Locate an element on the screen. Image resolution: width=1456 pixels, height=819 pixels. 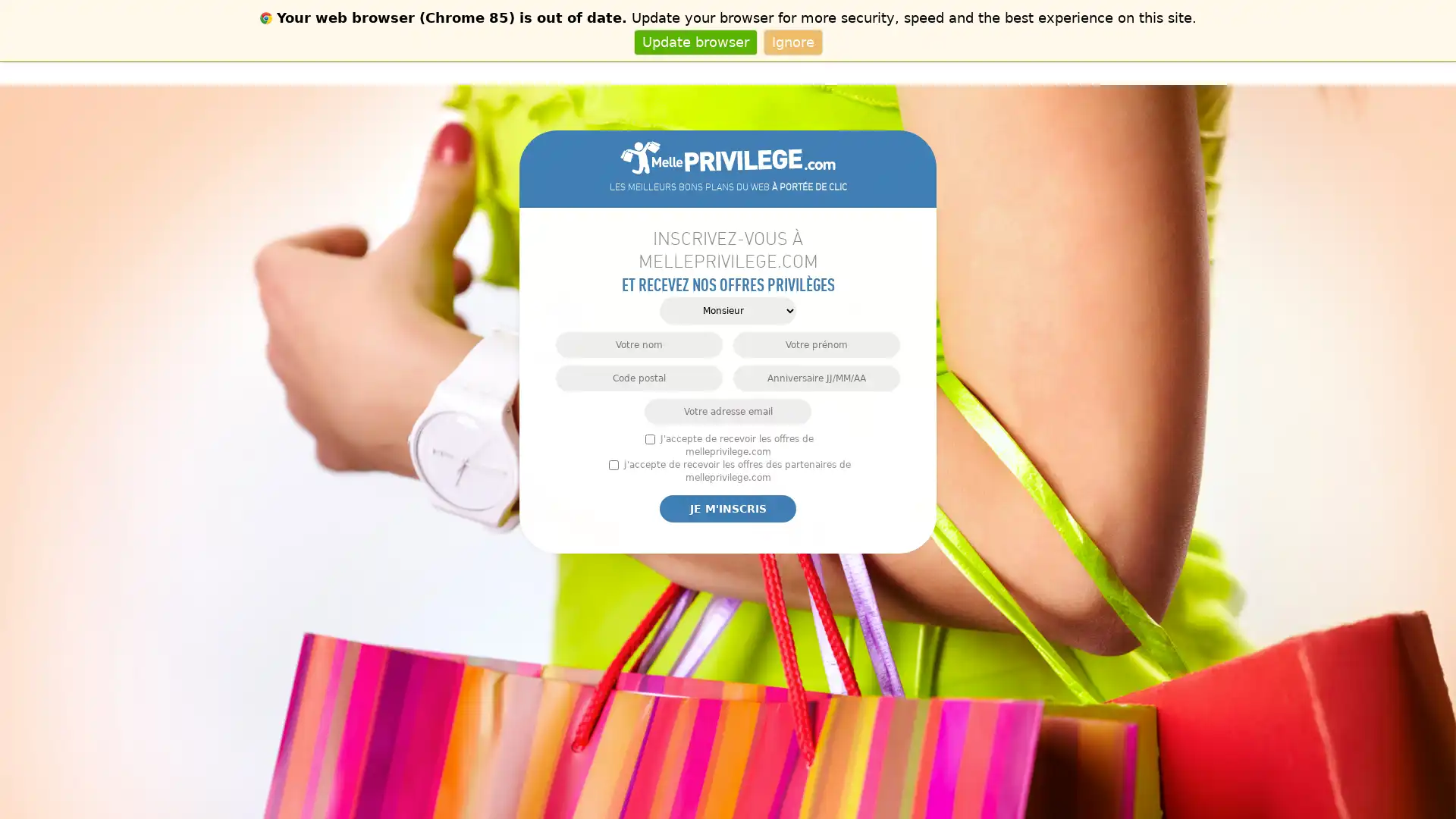
Je m'inscris is located at coordinates (728, 508).